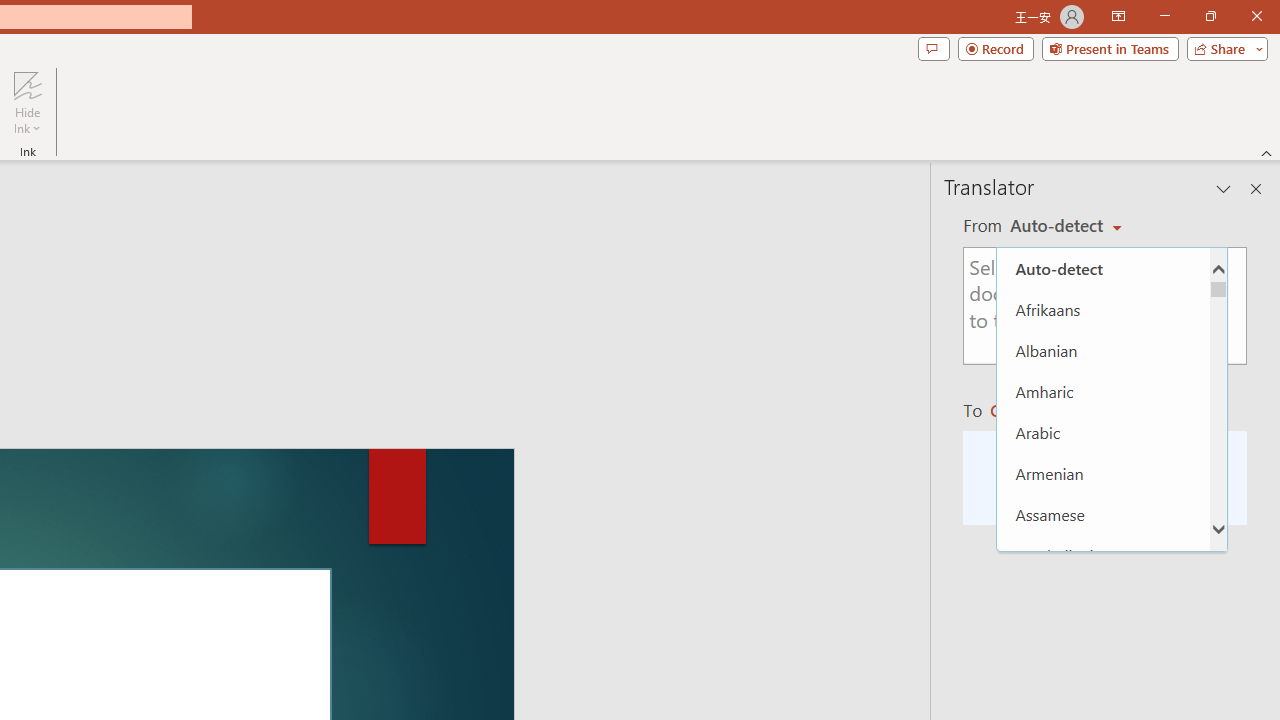  What do you see at coordinates (1102, 513) in the screenshot?
I see `'Assamese'` at bounding box center [1102, 513].